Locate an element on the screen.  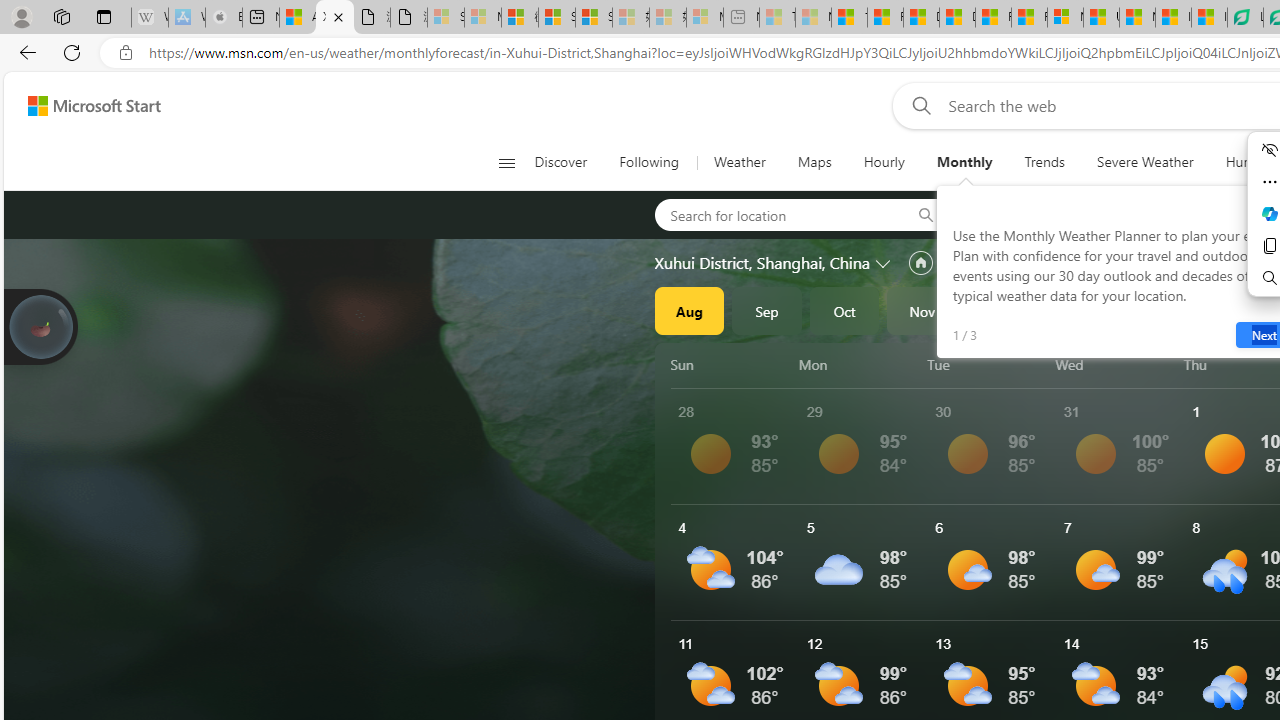
'Nov' is located at coordinates (921, 311).